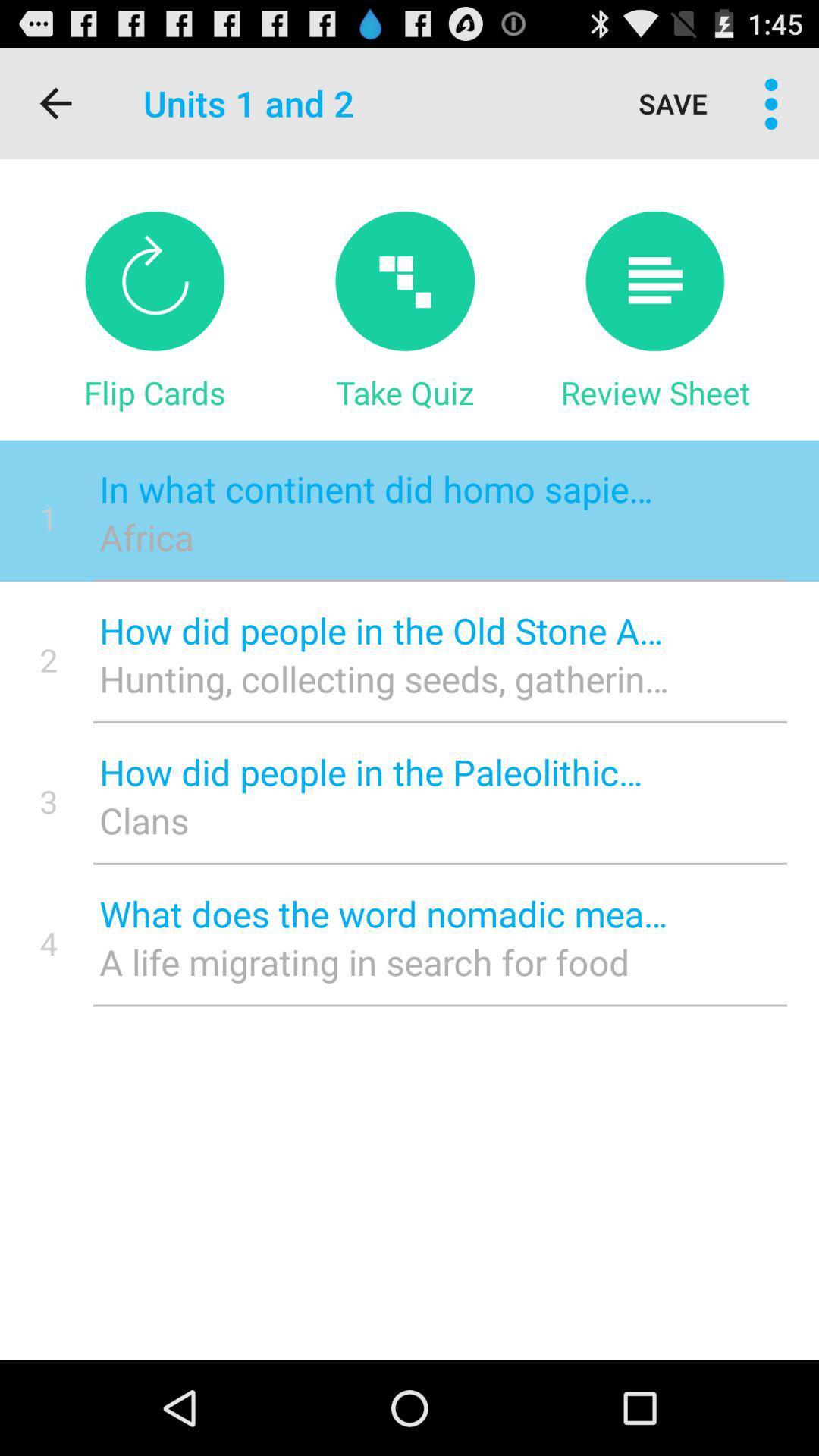  I want to click on item next to flip cards, so click(404, 392).